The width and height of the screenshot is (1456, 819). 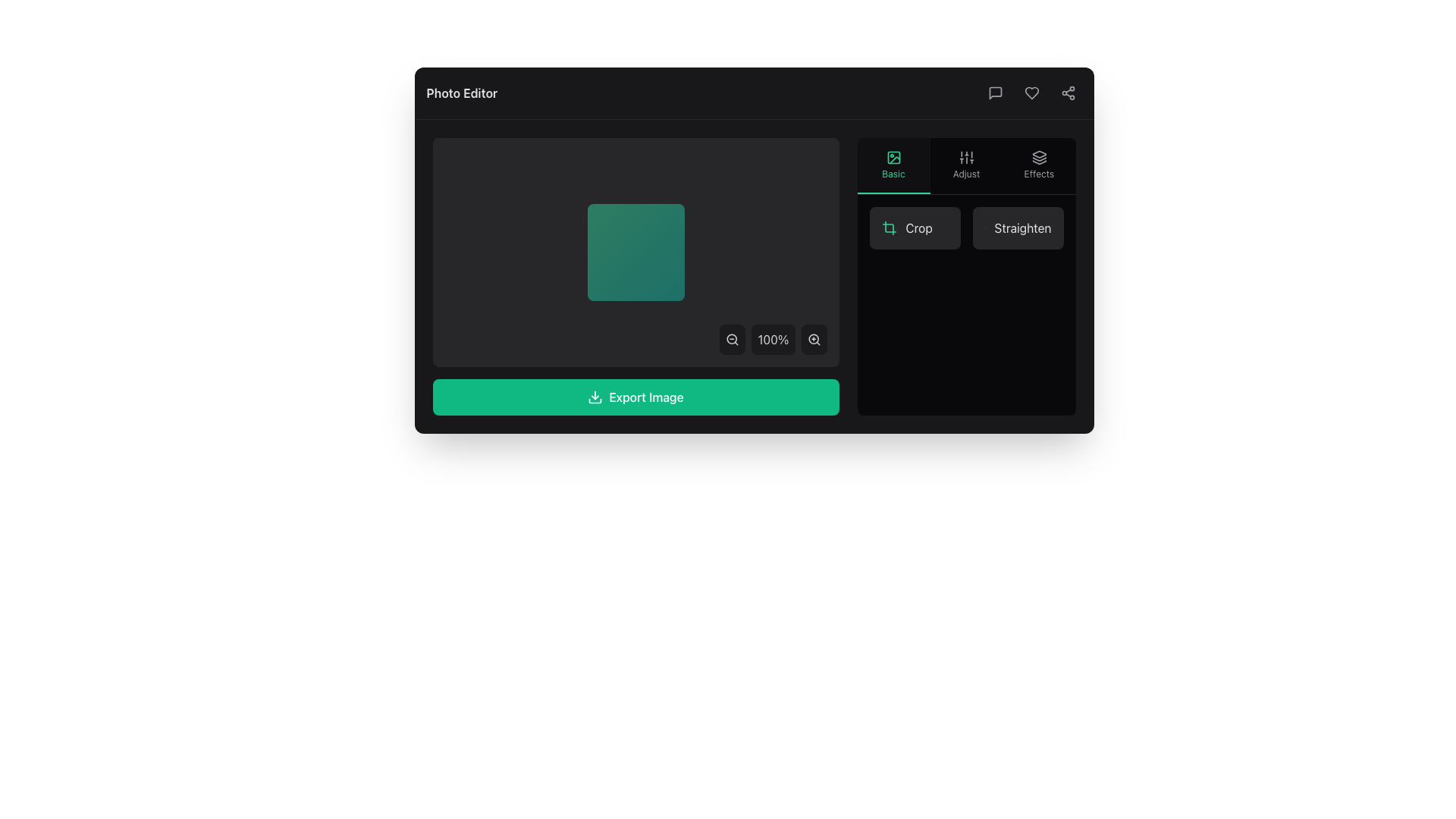 What do you see at coordinates (1038, 174) in the screenshot?
I see `the 'Effects' text label in the upper-right area of the editing toolbar` at bounding box center [1038, 174].